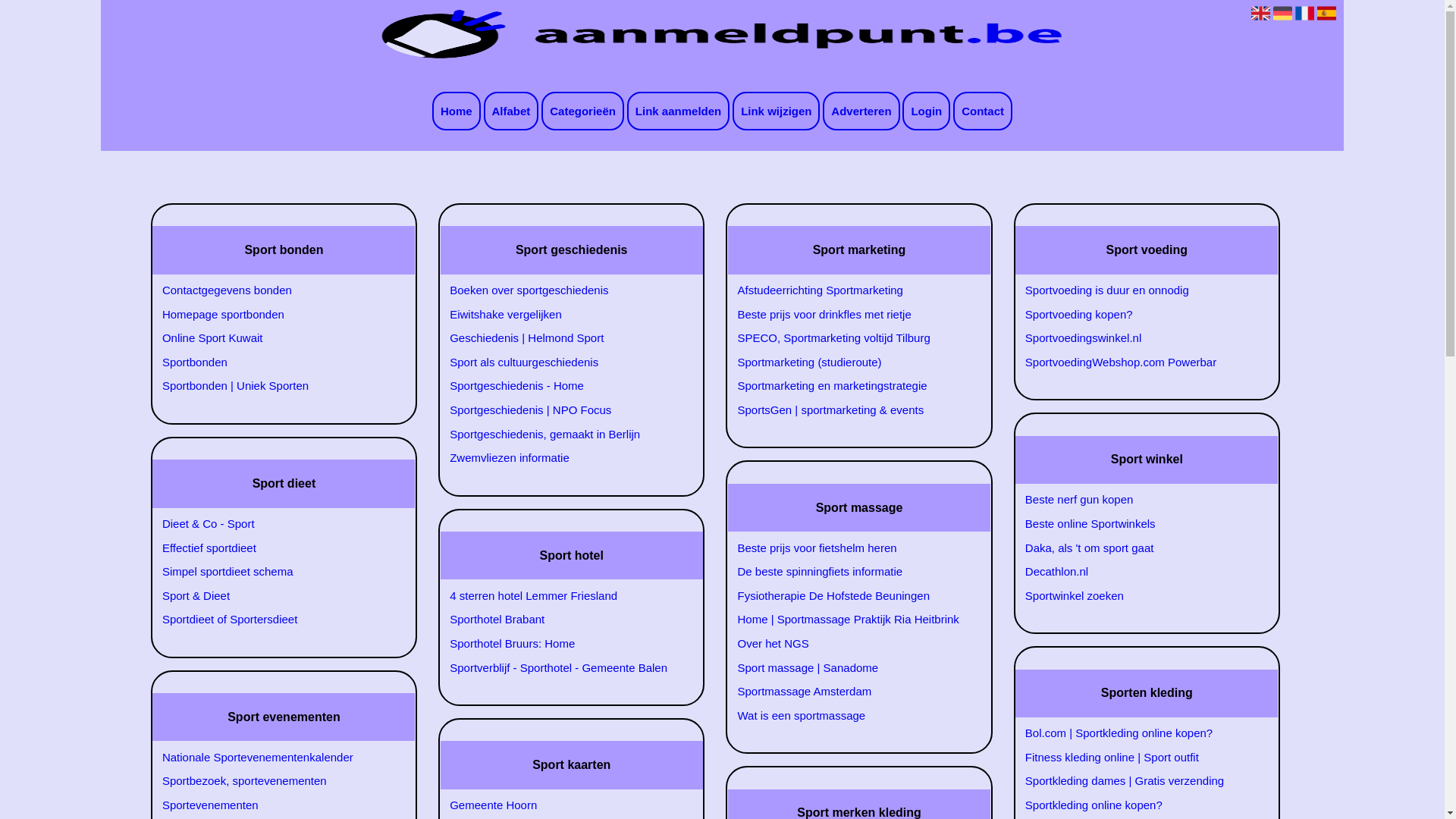 The width and height of the screenshot is (1456, 819). Describe the element at coordinates (275, 385) in the screenshot. I see `'Sportbonden | Uniek Sporten'` at that location.